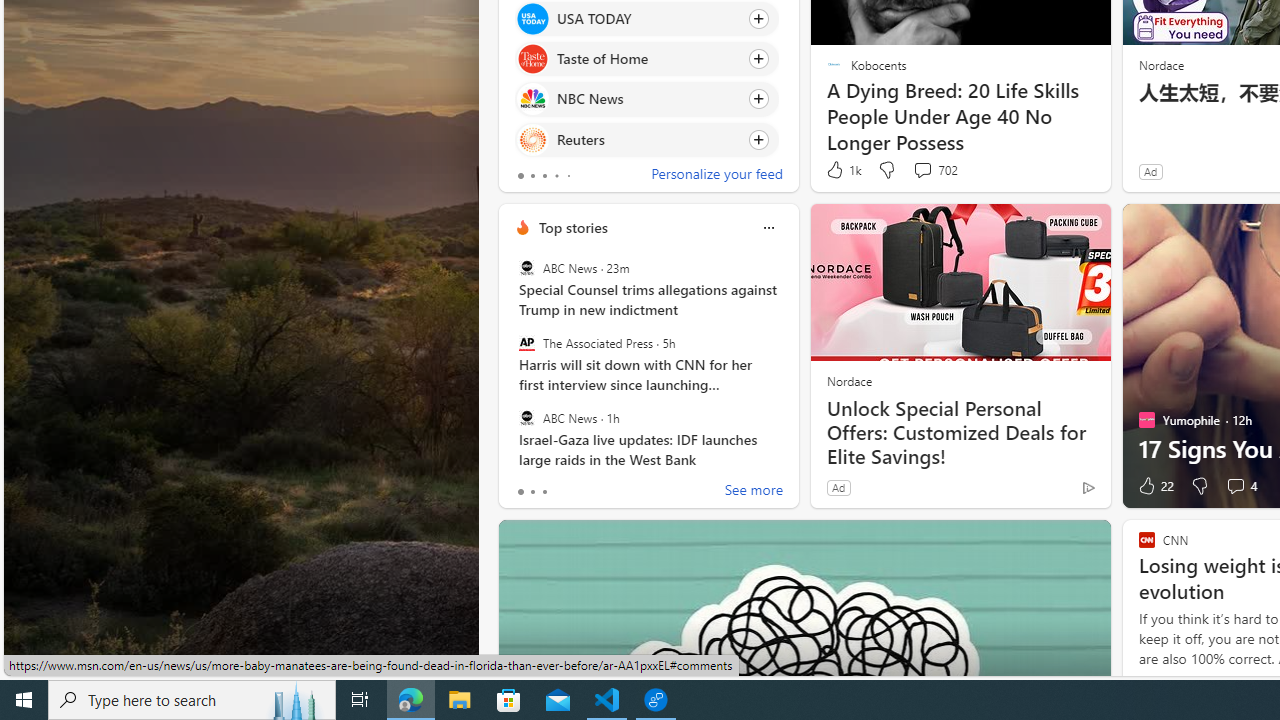 This screenshot has height=720, width=1280. Describe the element at coordinates (532, 138) in the screenshot. I see `'Reuters'` at that location.